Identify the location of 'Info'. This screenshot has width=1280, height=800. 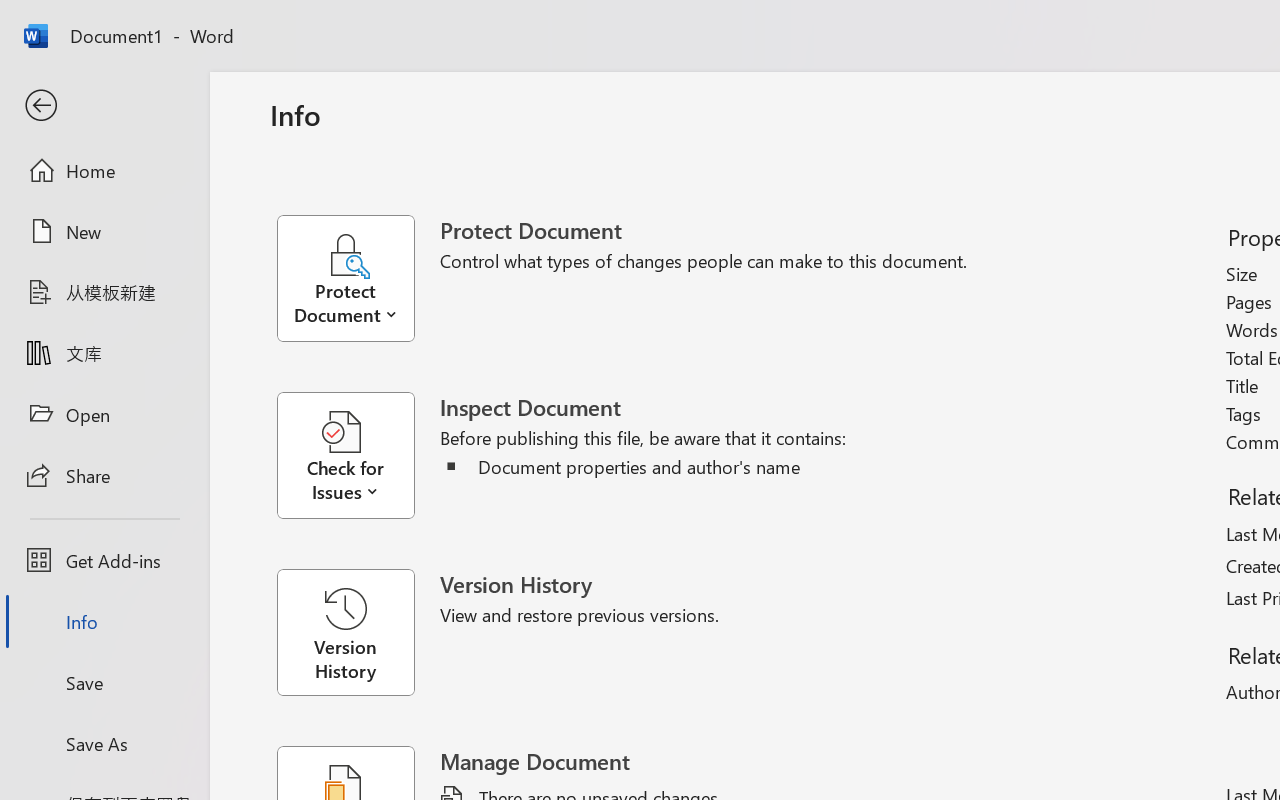
(103, 621).